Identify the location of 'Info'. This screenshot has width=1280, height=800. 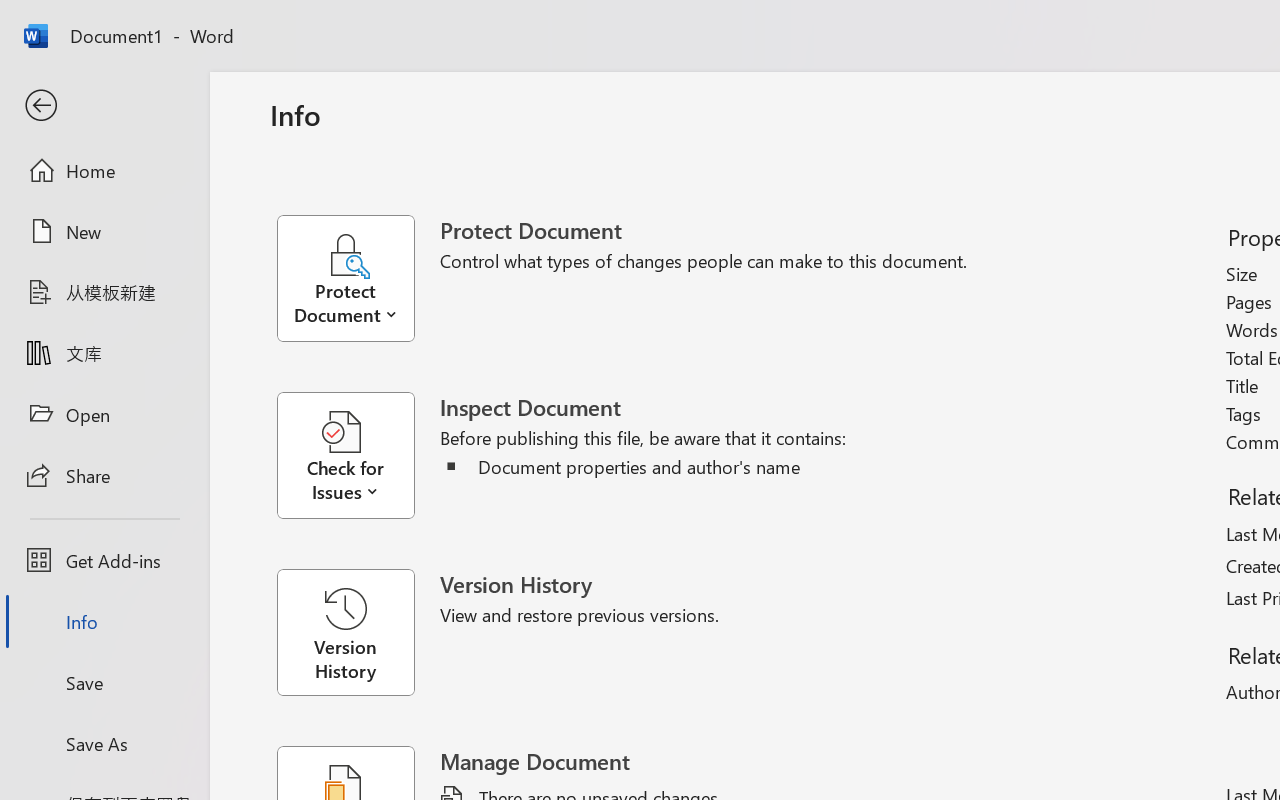
(103, 621).